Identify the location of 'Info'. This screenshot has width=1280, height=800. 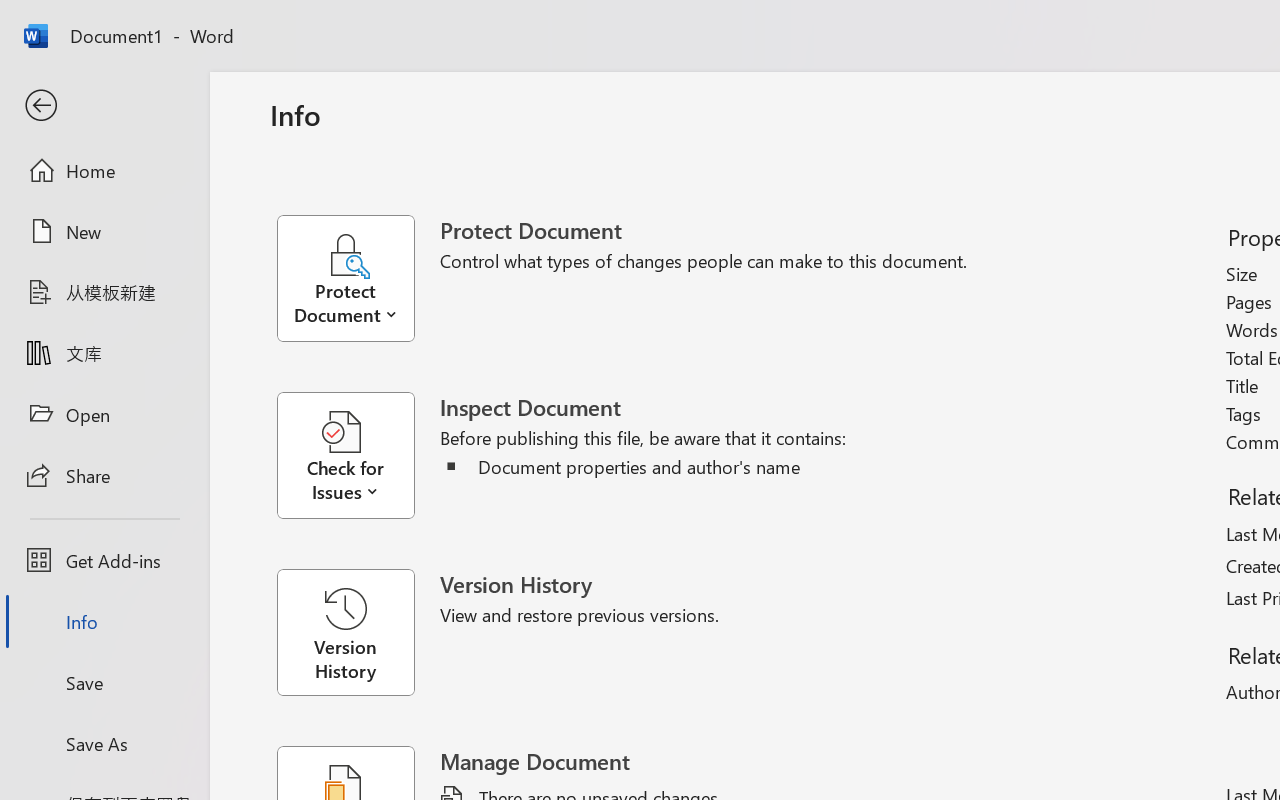
(103, 621).